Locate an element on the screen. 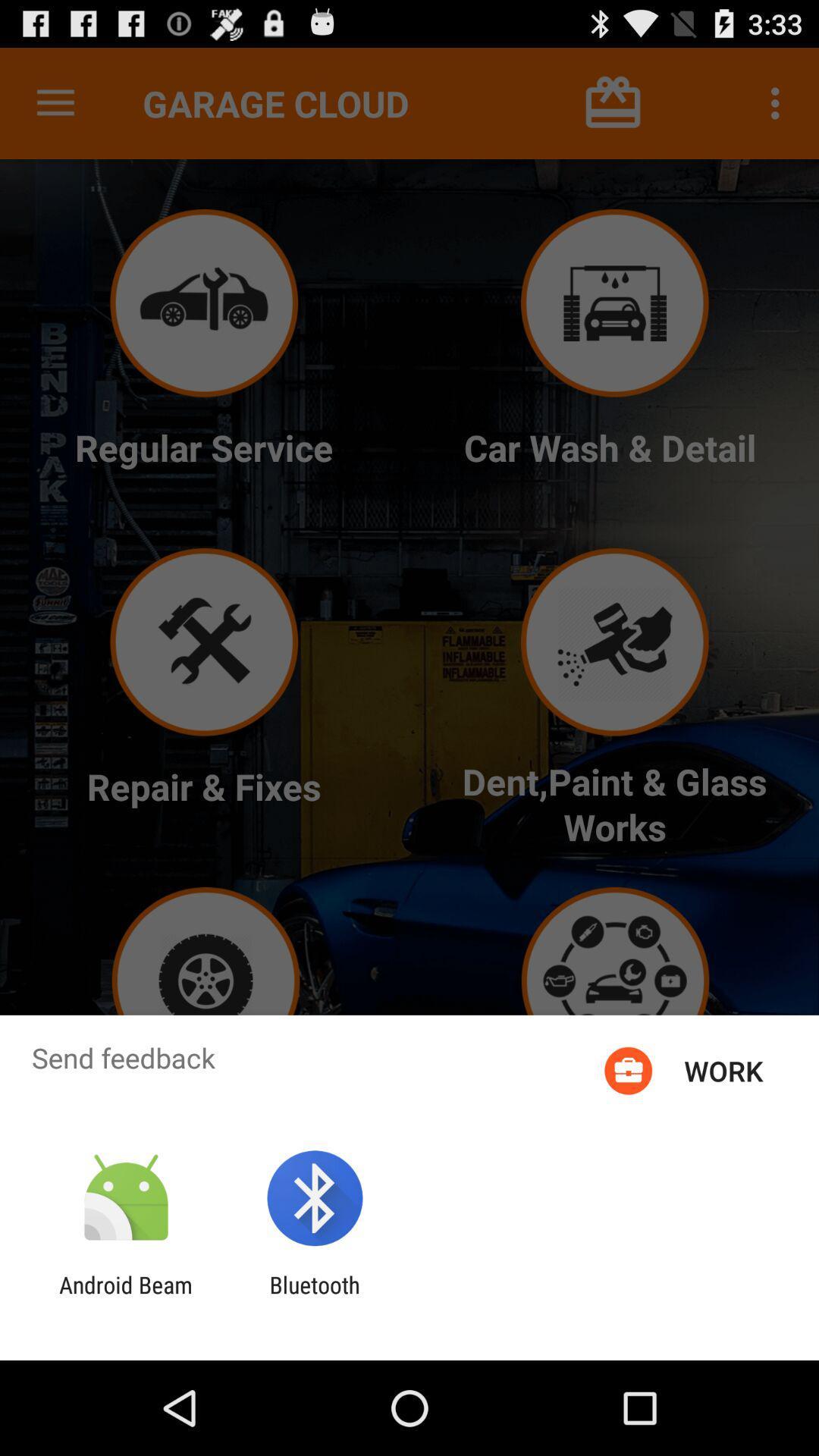  android beam app is located at coordinates (125, 1298).